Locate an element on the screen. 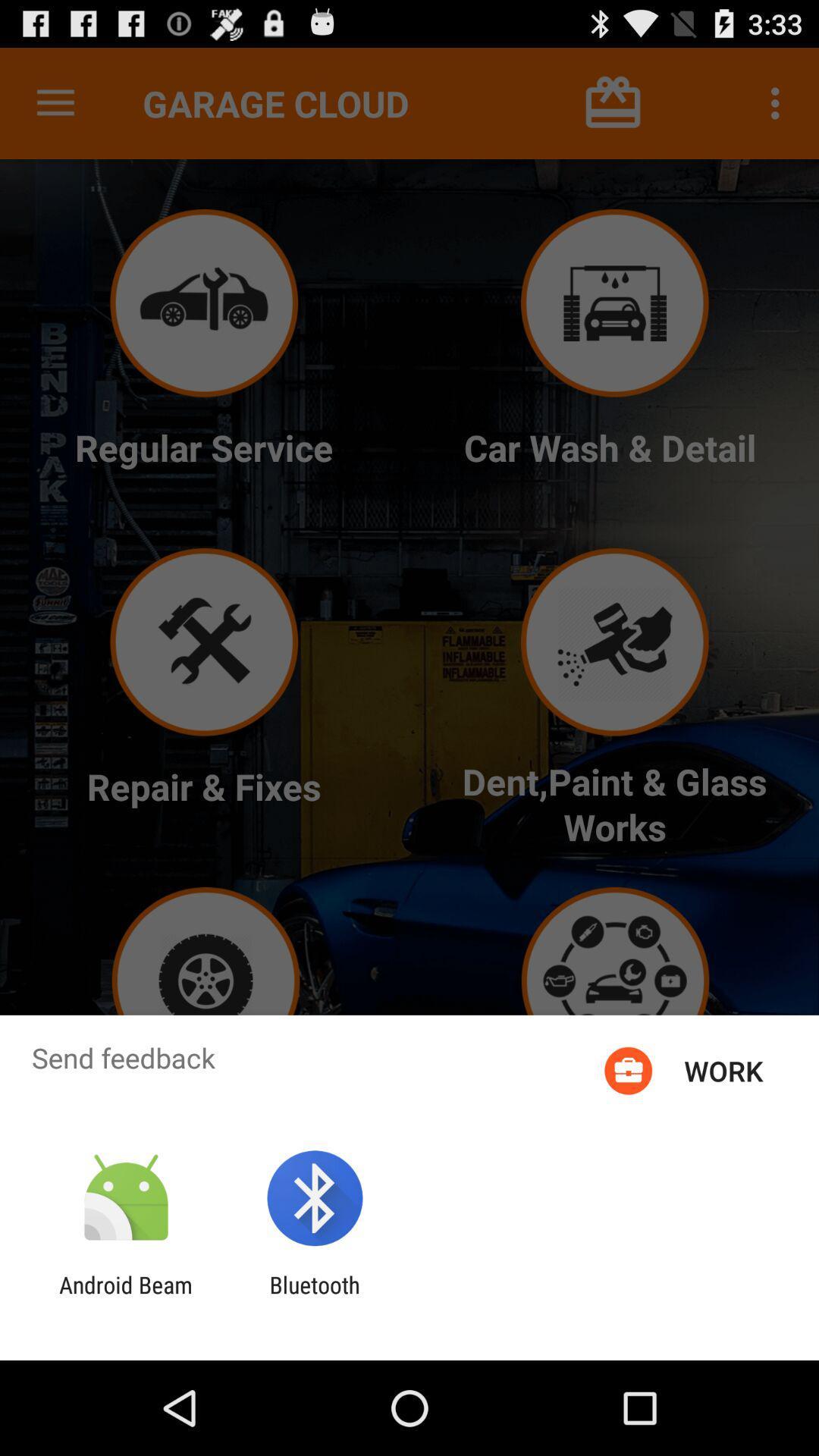  android beam app is located at coordinates (125, 1298).